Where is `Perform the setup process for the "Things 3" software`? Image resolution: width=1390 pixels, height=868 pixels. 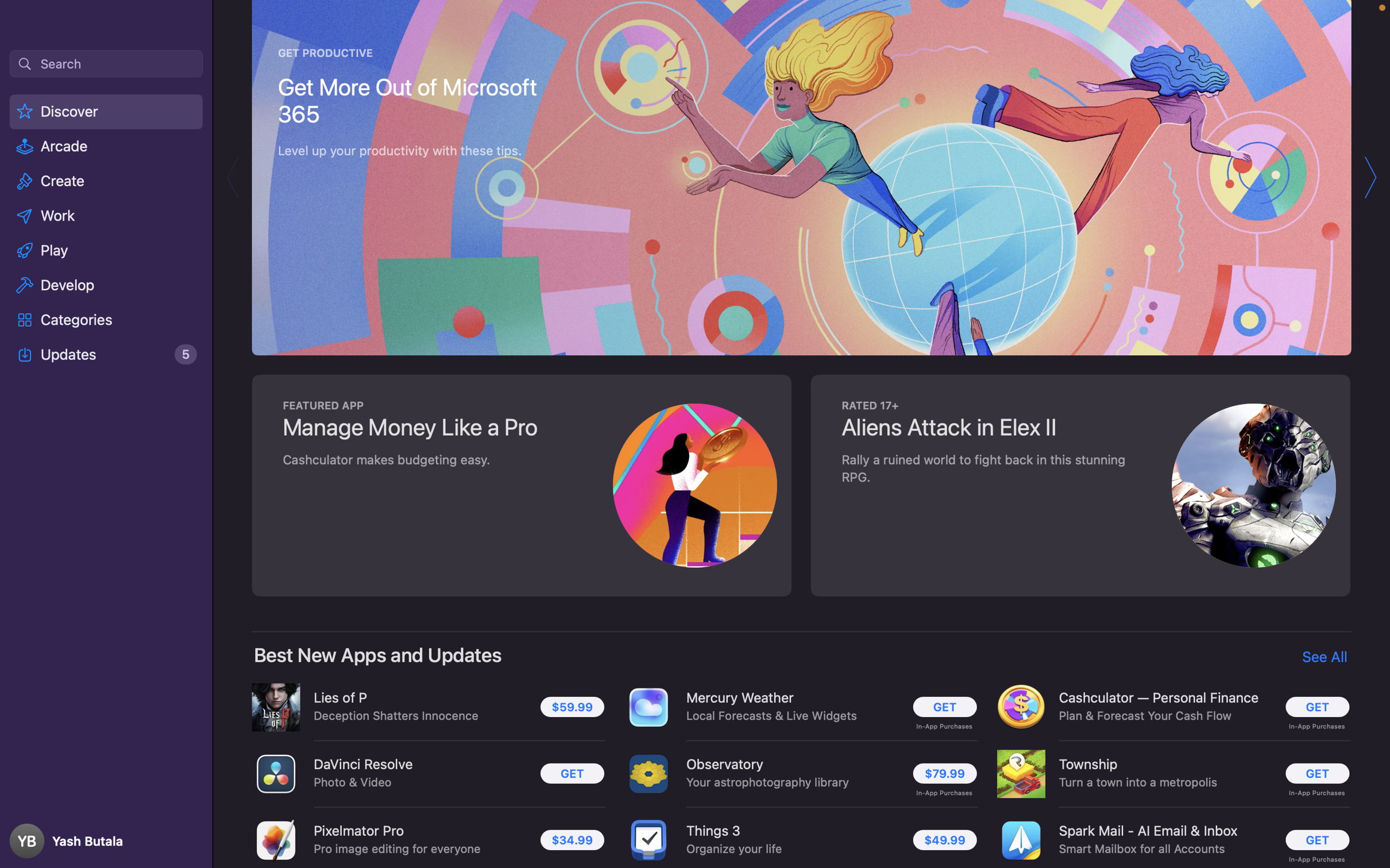
Perform the setup process for the "Things 3" software is located at coordinates (945, 839).